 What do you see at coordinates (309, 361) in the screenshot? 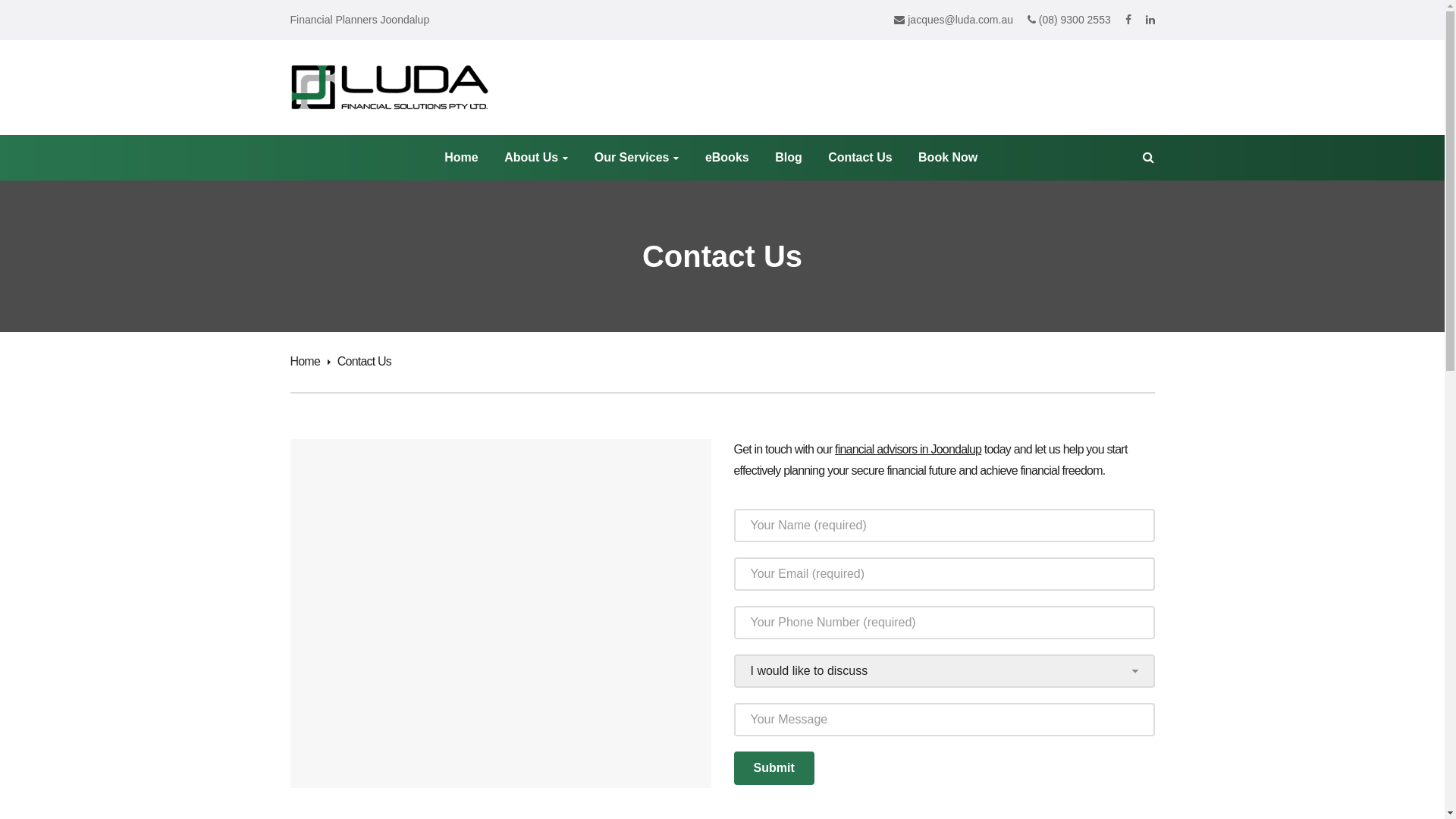
I see `'Home'` at bounding box center [309, 361].